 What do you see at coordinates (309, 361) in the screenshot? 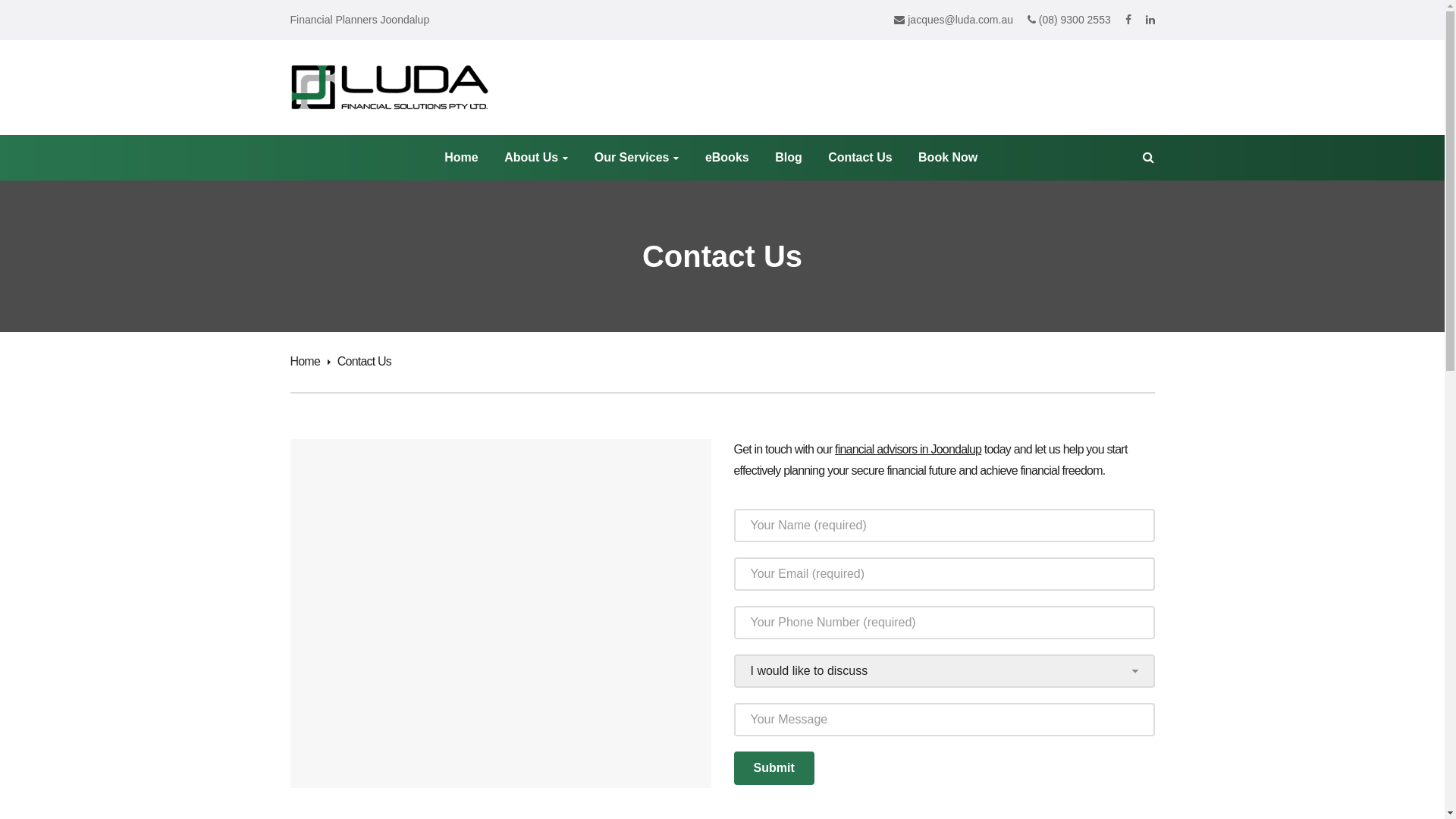
I see `'Home'` at bounding box center [309, 361].